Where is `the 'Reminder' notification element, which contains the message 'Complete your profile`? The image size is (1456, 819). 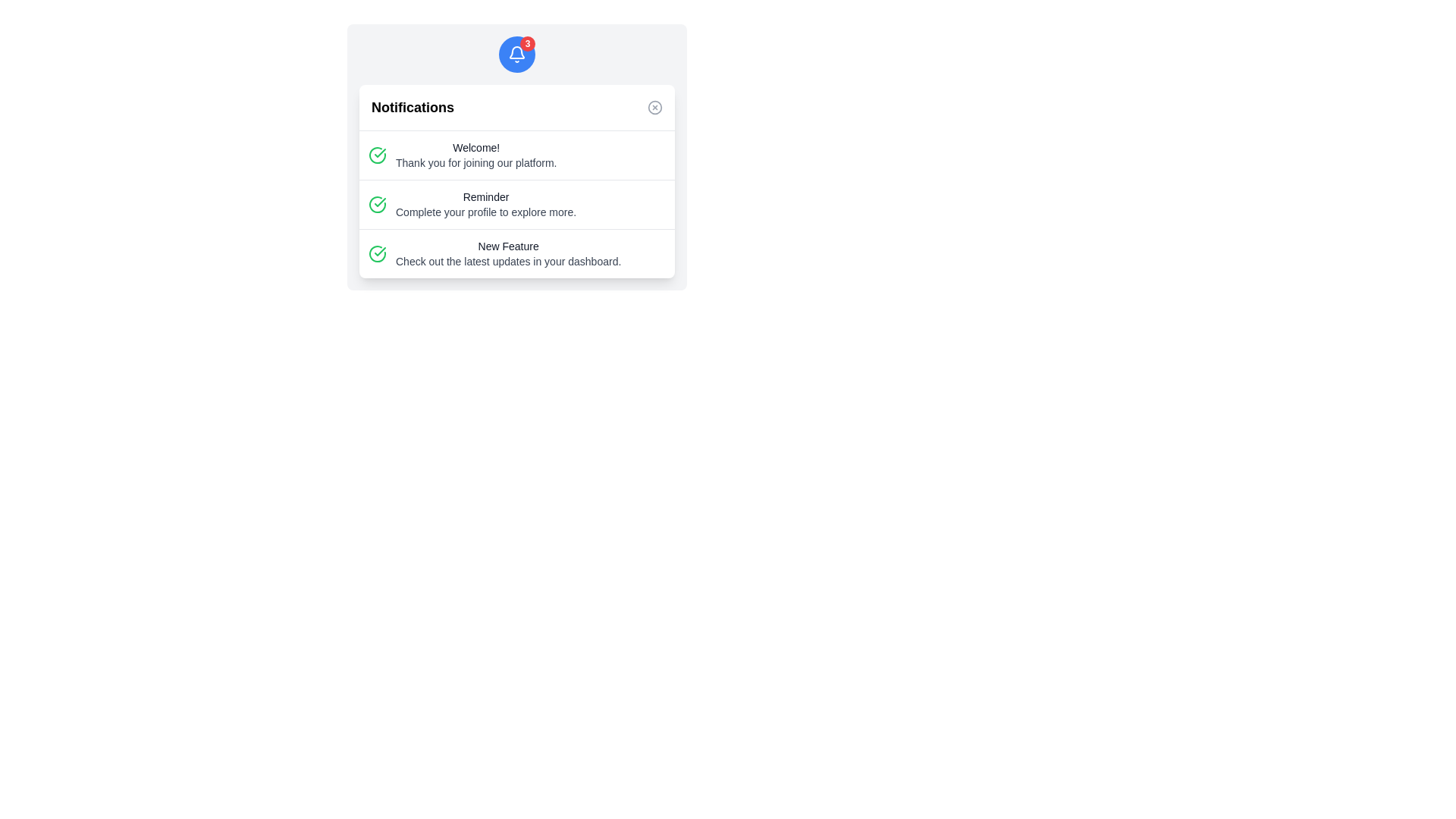
the 'Reminder' notification element, which contains the message 'Complete your profile is located at coordinates (516, 205).